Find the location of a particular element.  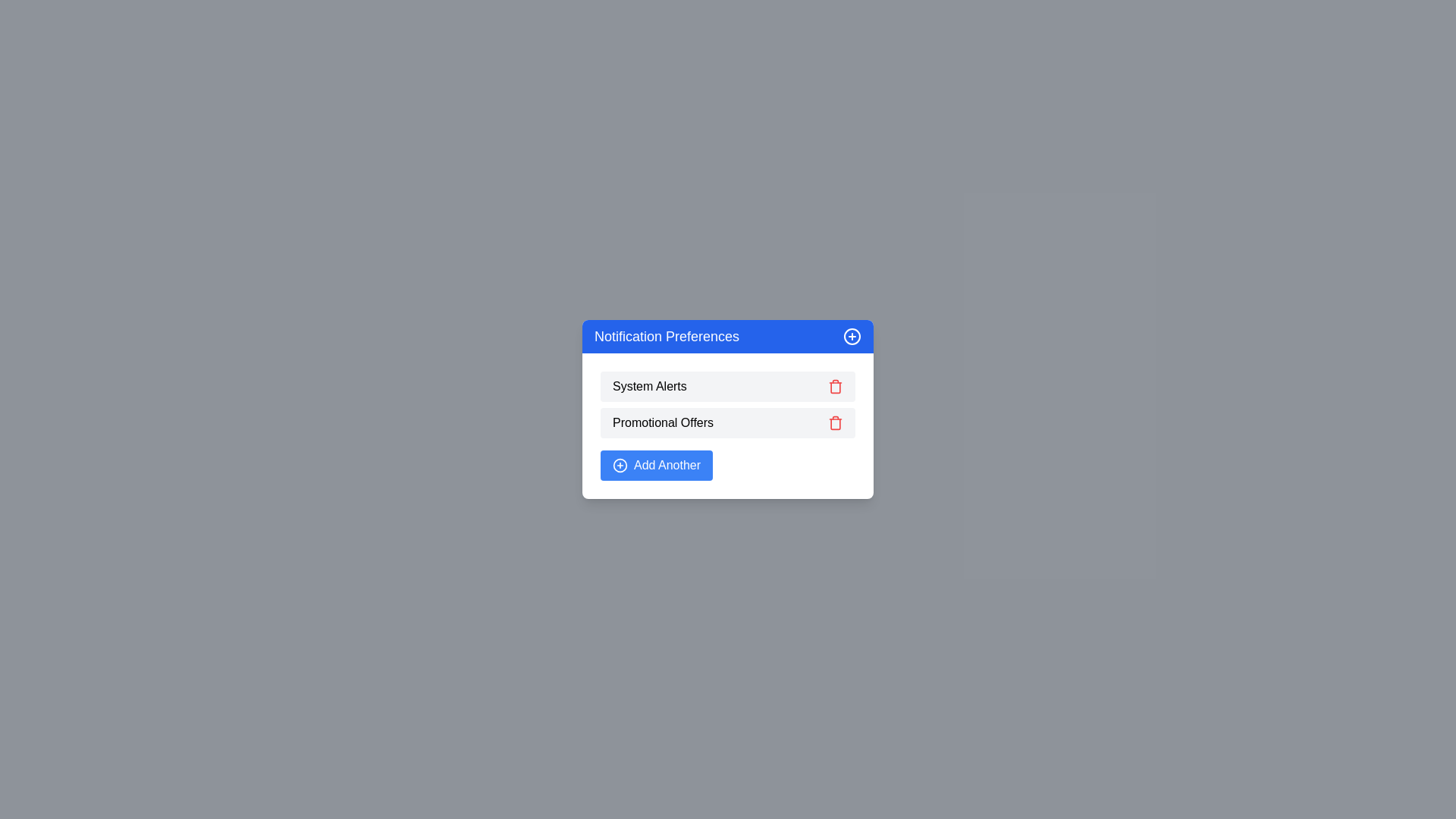

the 'System Alerts' text label, which is the first item in the notification preferences list is located at coordinates (649, 385).